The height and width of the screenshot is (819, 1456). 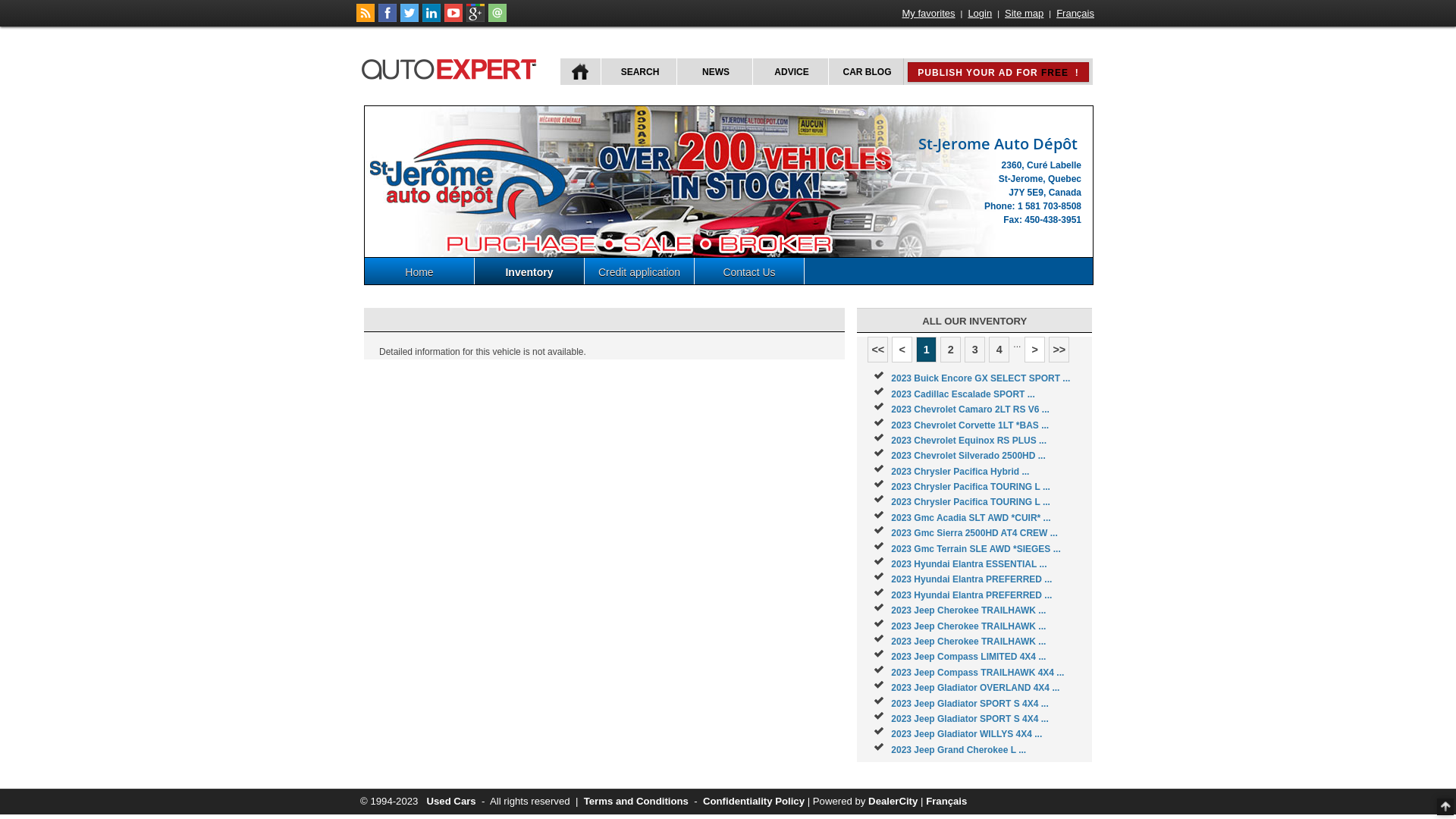 What do you see at coordinates (968, 564) in the screenshot?
I see `'2023 Hyundai Elantra ESSENTIAL ...'` at bounding box center [968, 564].